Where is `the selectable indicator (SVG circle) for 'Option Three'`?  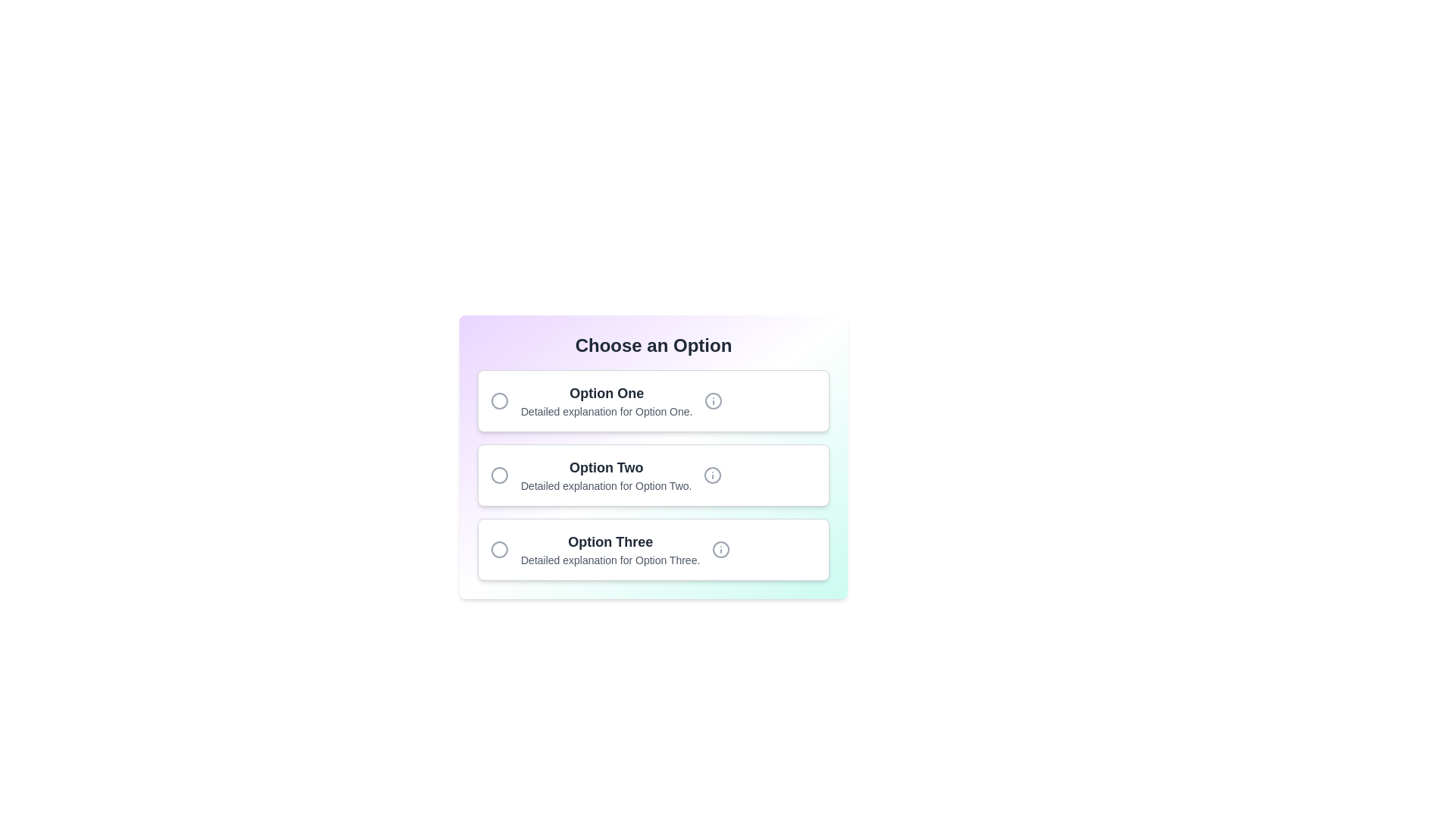
the selectable indicator (SVG circle) for 'Option Three' is located at coordinates (499, 550).